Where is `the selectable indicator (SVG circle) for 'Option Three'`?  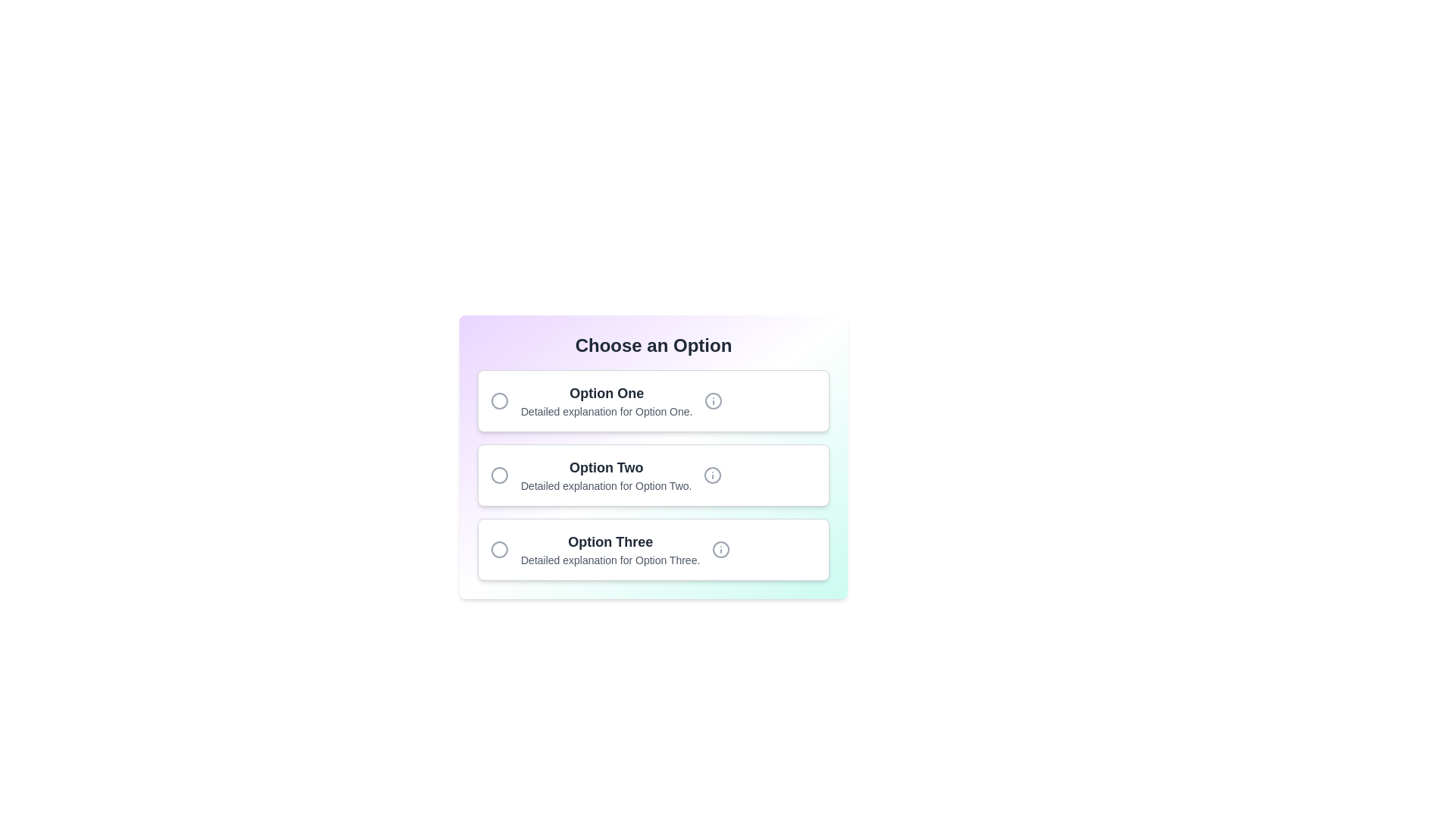
the selectable indicator (SVG circle) for 'Option Three' is located at coordinates (499, 550).